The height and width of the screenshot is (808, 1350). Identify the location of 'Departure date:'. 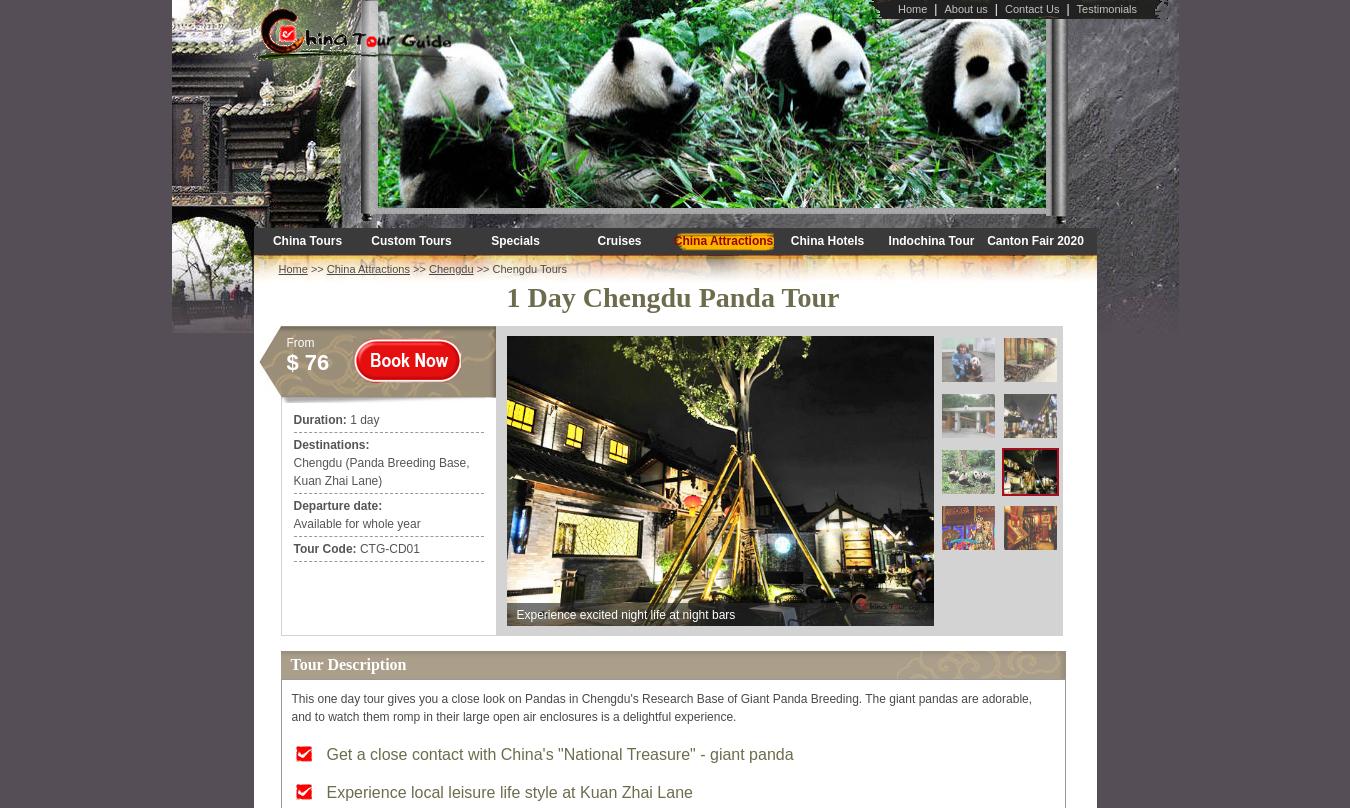
(336, 505).